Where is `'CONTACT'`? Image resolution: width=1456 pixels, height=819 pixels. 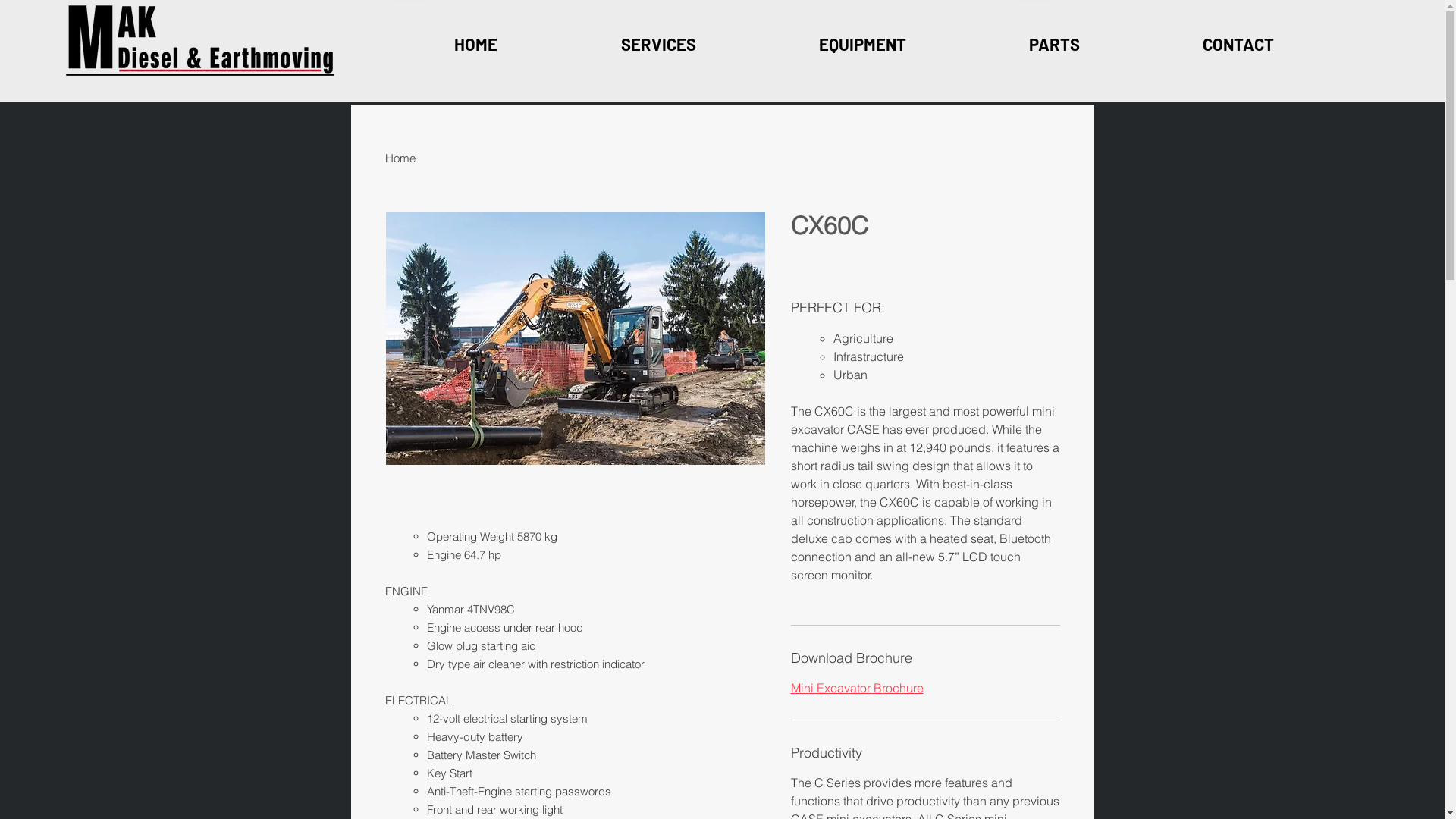 'CONTACT' is located at coordinates (1238, 43).